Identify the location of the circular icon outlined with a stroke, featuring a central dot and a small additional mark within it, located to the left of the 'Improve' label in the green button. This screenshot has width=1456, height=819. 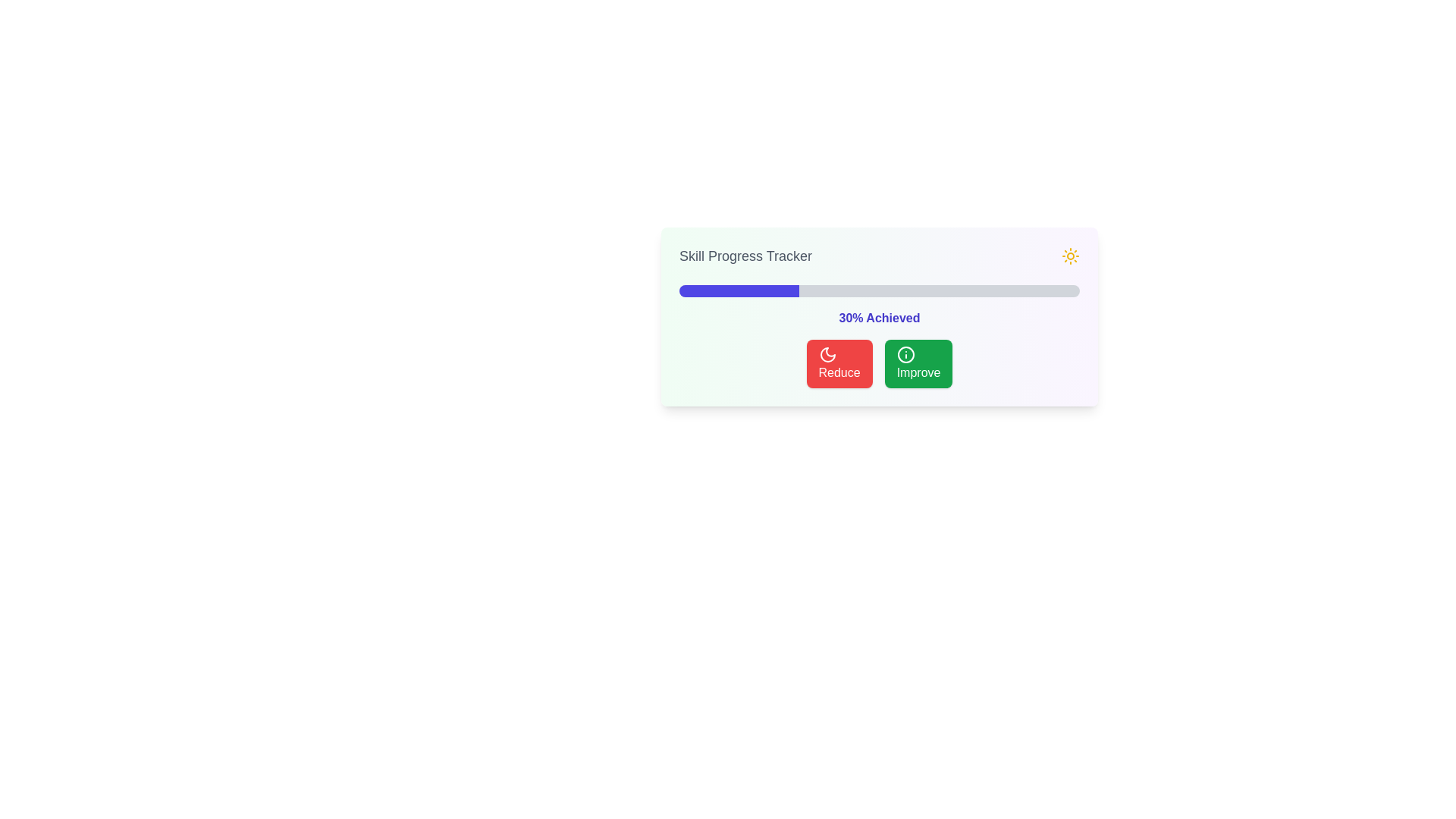
(905, 354).